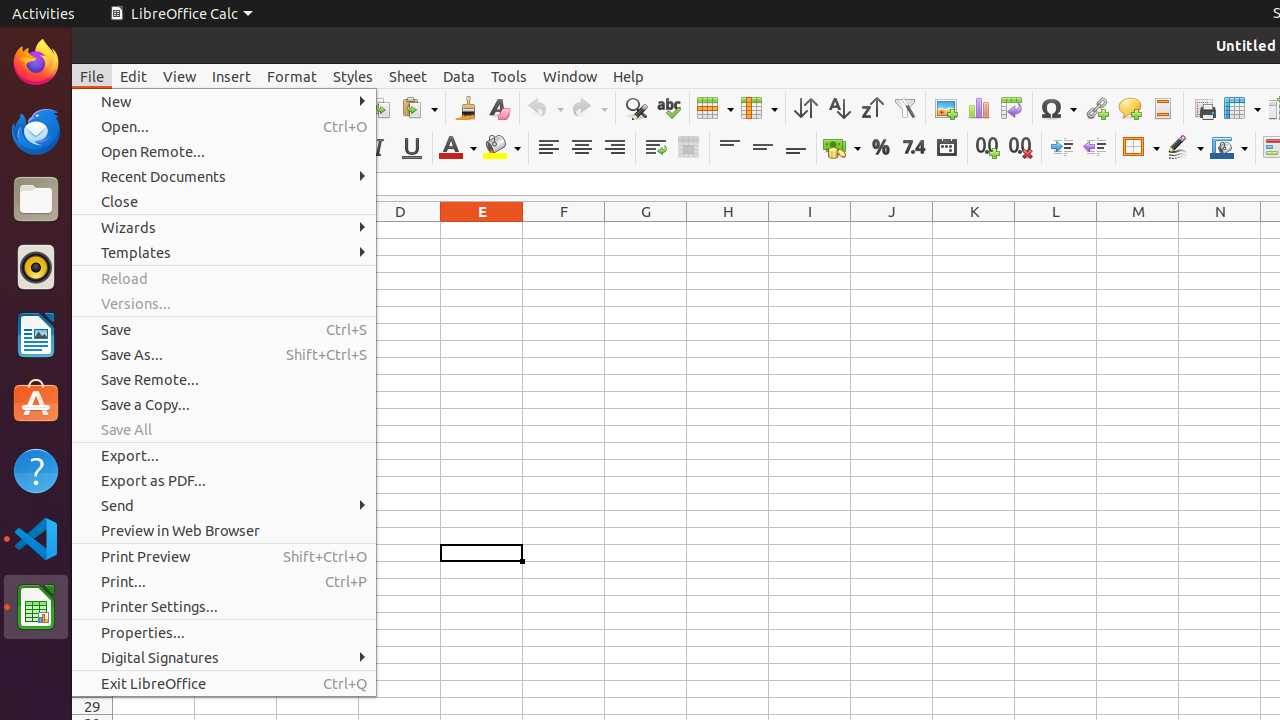 Image resolution: width=1280 pixels, height=720 pixels. What do you see at coordinates (509, 75) in the screenshot?
I see `'Tools'` at bounding box center [509, 75].